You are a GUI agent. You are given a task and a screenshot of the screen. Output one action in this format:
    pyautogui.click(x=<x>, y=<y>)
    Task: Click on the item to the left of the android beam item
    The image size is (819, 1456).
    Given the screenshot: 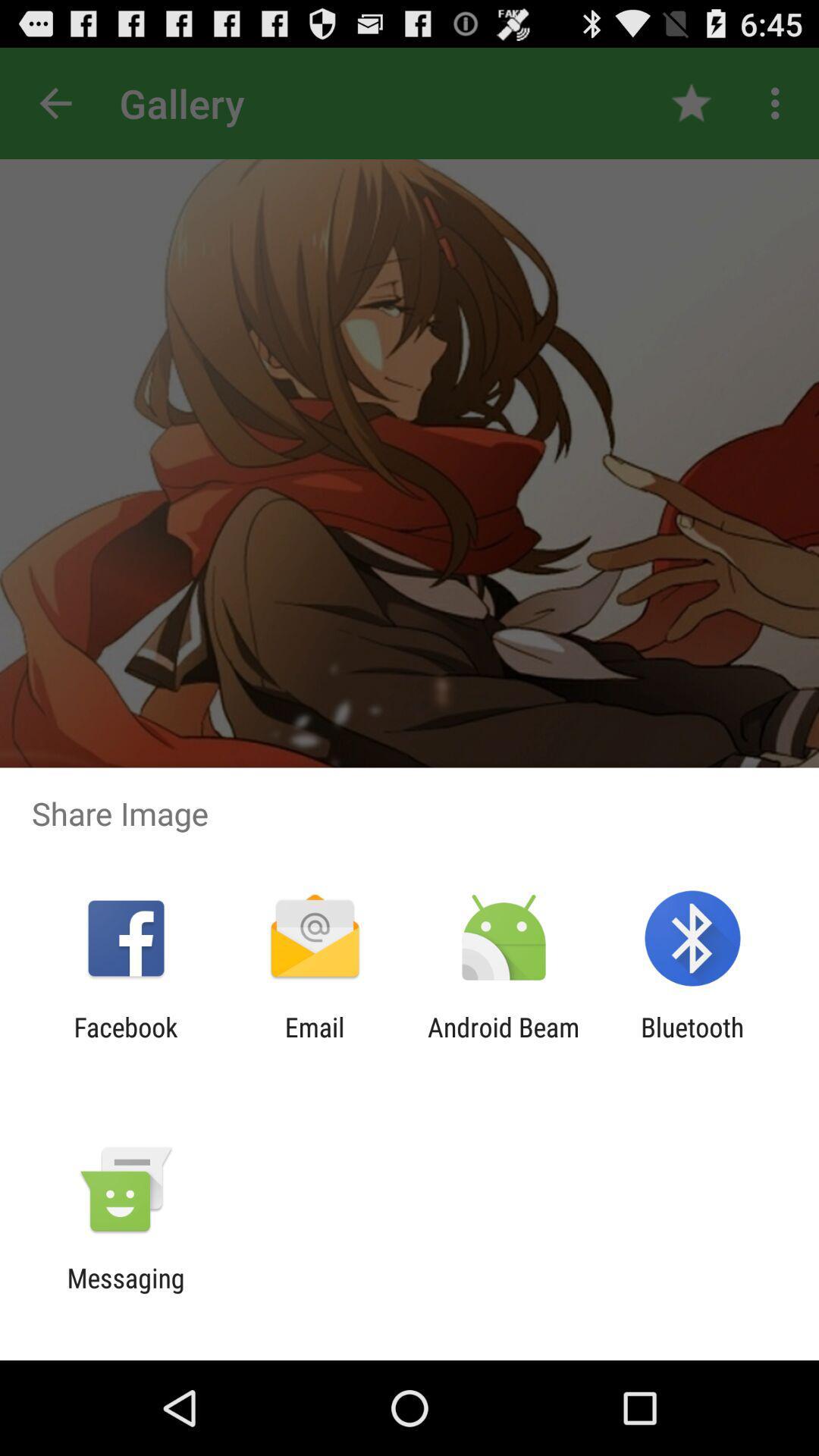 What is the action you would take?
    pyautogui.click(x=314, y=1042)
    